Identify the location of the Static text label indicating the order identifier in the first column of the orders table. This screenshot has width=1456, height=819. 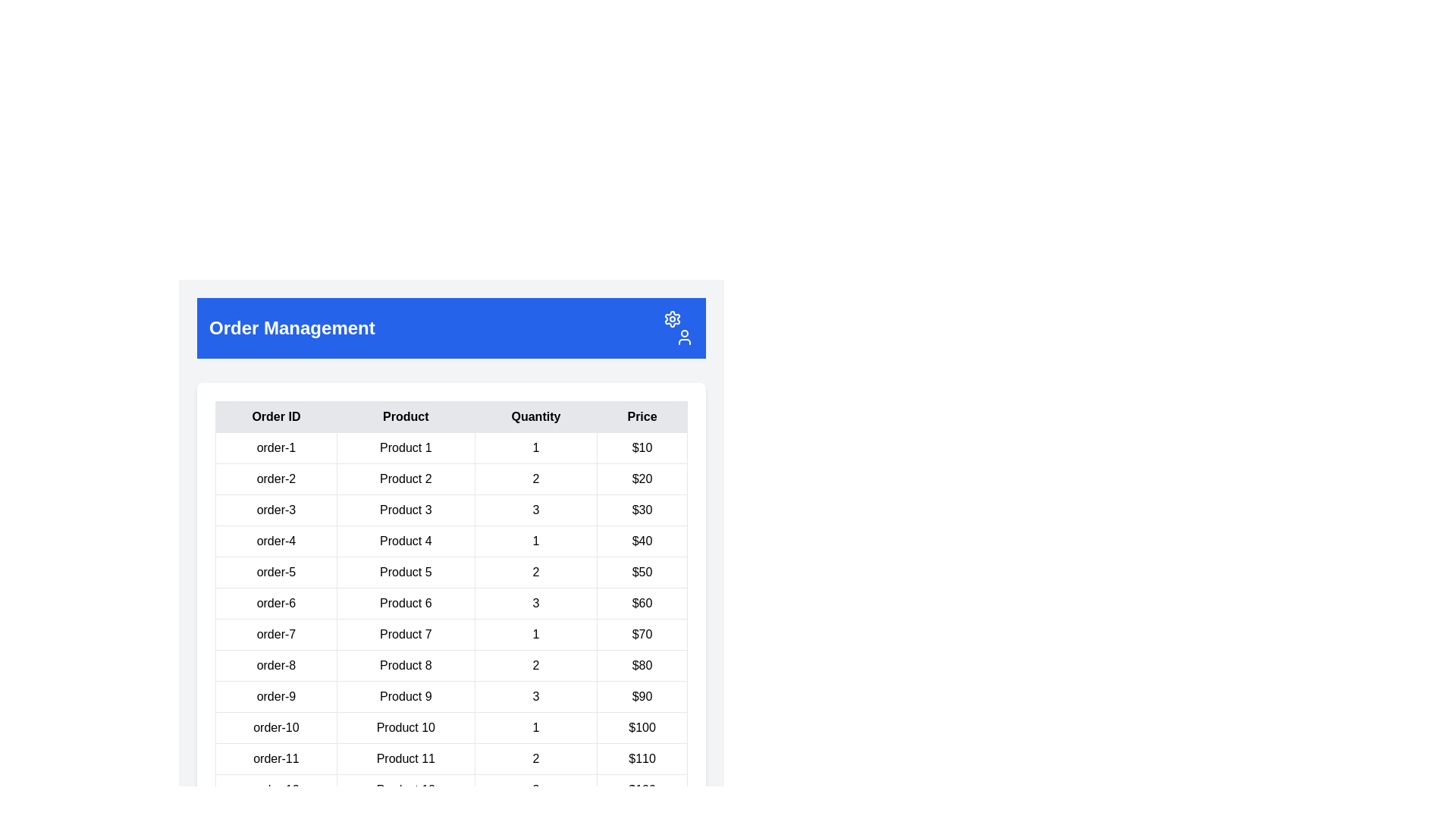
(276, 510).